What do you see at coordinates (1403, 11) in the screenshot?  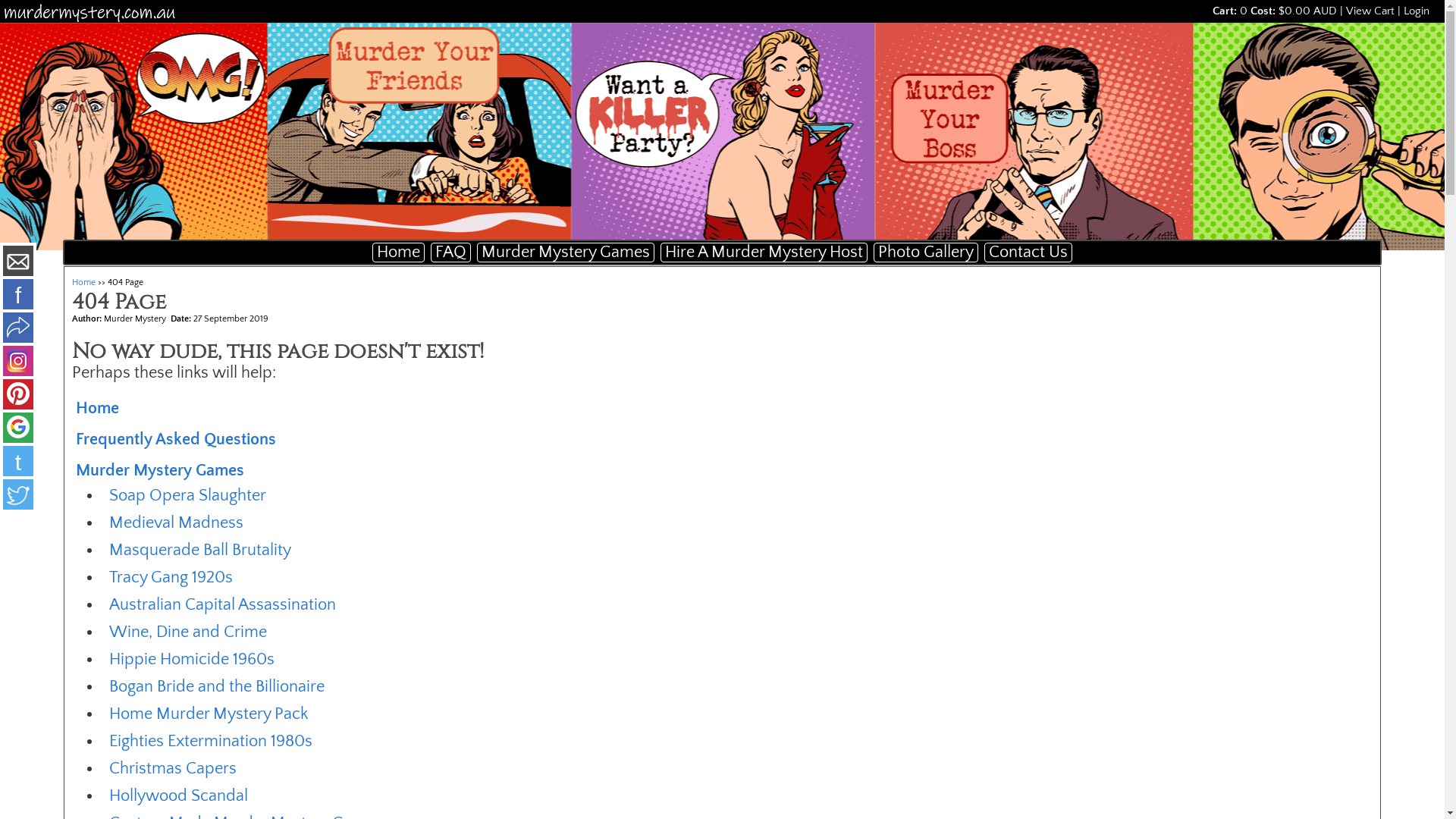 I see `'Login'` at bounding box center [1403, 11].